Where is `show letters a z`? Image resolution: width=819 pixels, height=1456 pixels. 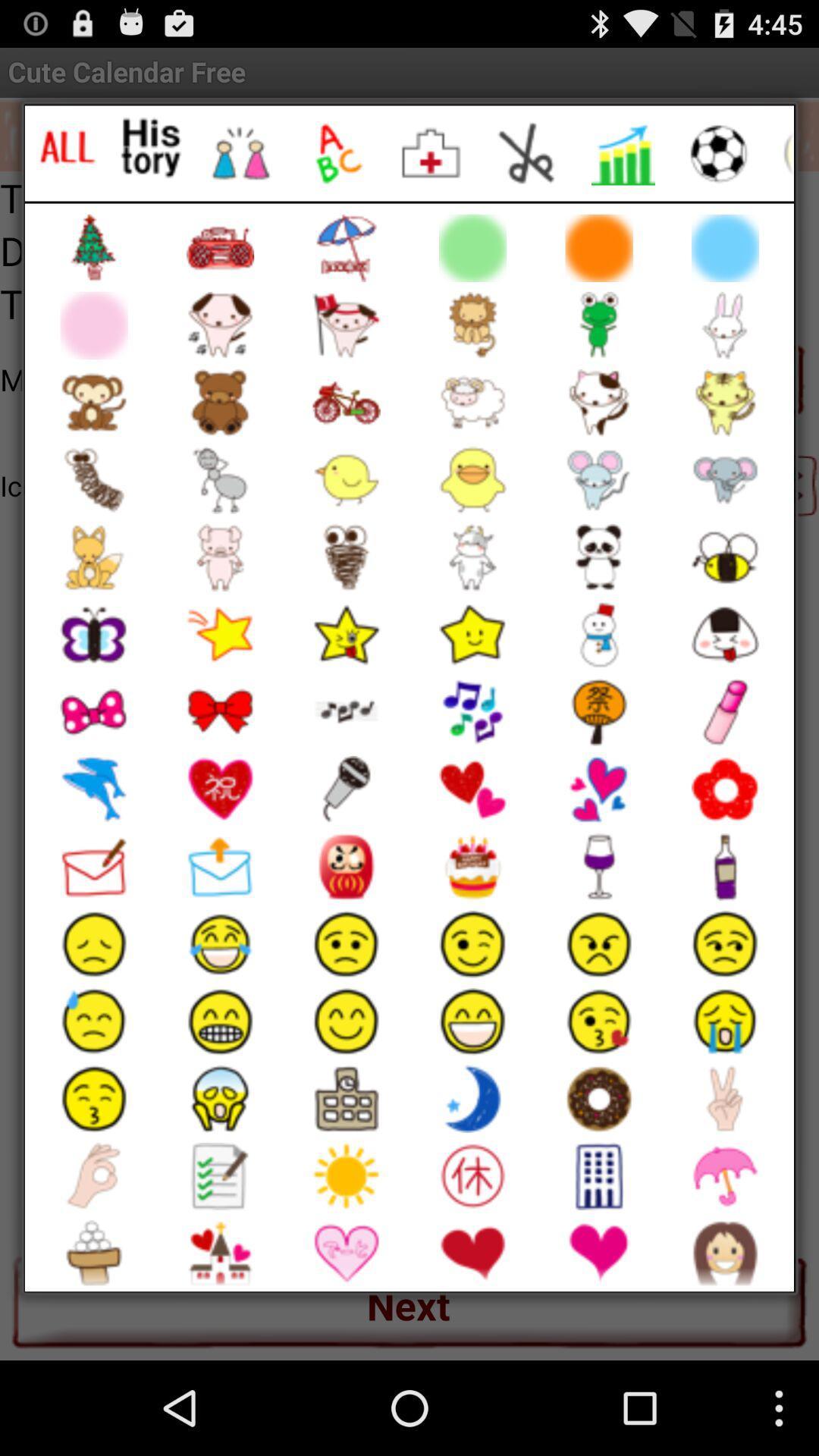 show letters a z is located at coordinates (335, 153).